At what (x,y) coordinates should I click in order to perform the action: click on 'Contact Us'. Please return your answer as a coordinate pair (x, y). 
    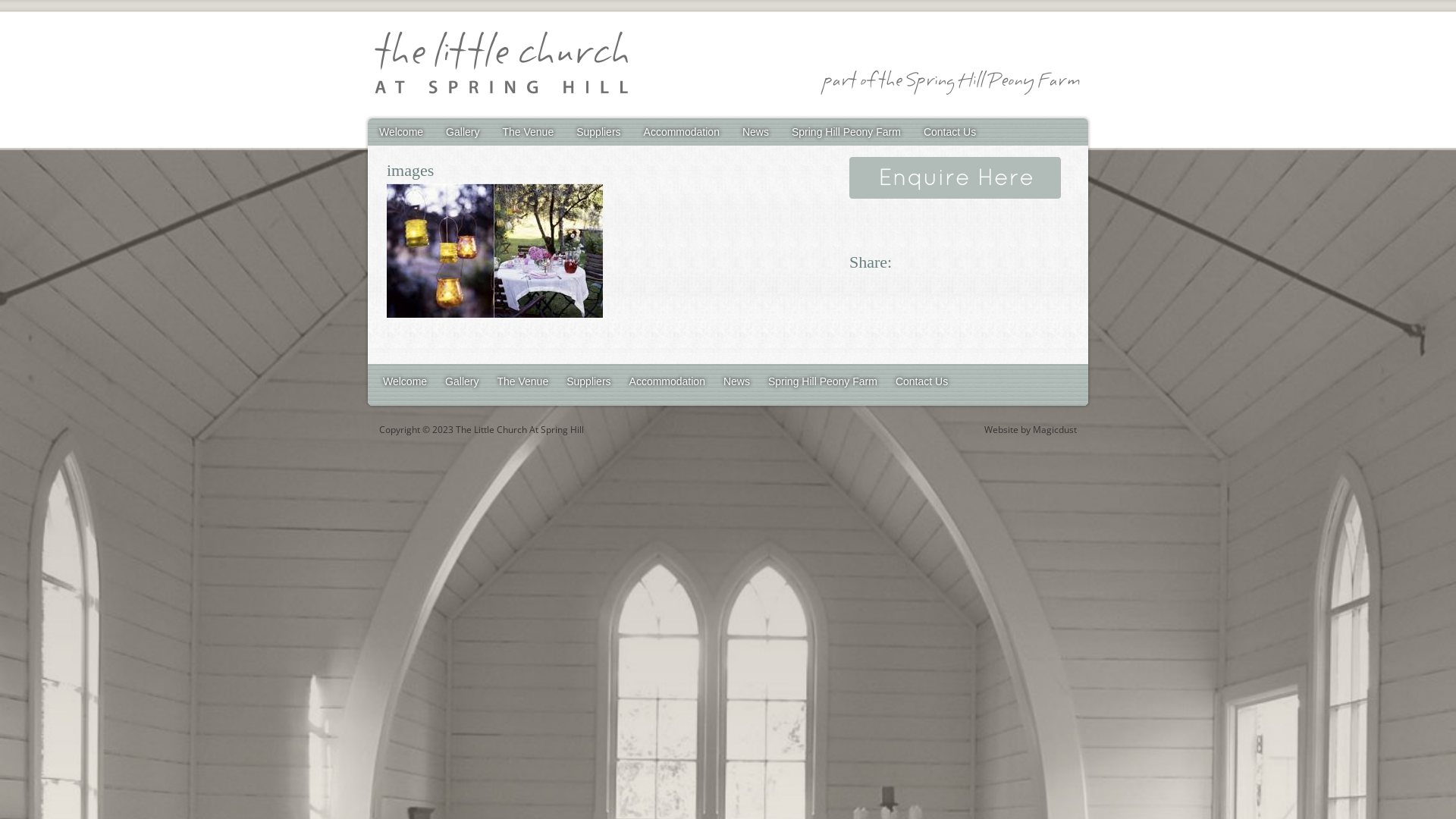
    Looking at the image, I should click on (921, 380).